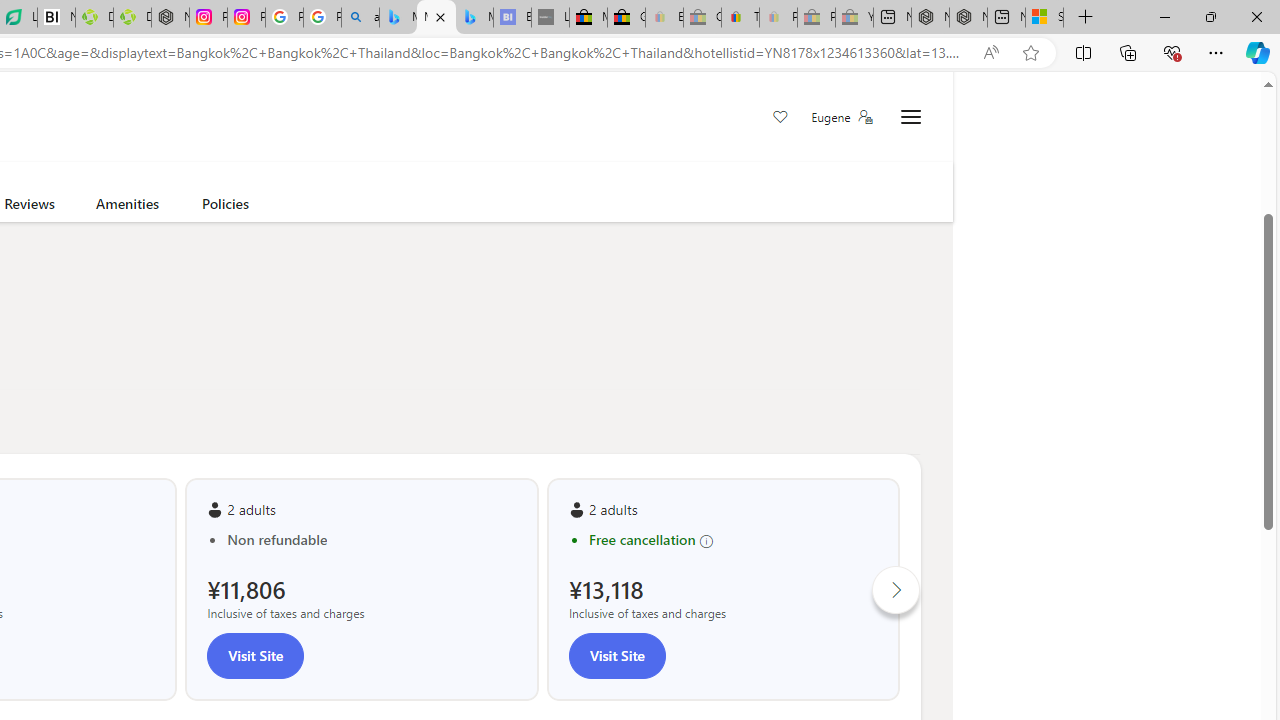 This screenshot has width=1280, height=720. Describe the element at coordinates (895, 588) in the screenshot. I see `'Click to scroll right'` at that location.